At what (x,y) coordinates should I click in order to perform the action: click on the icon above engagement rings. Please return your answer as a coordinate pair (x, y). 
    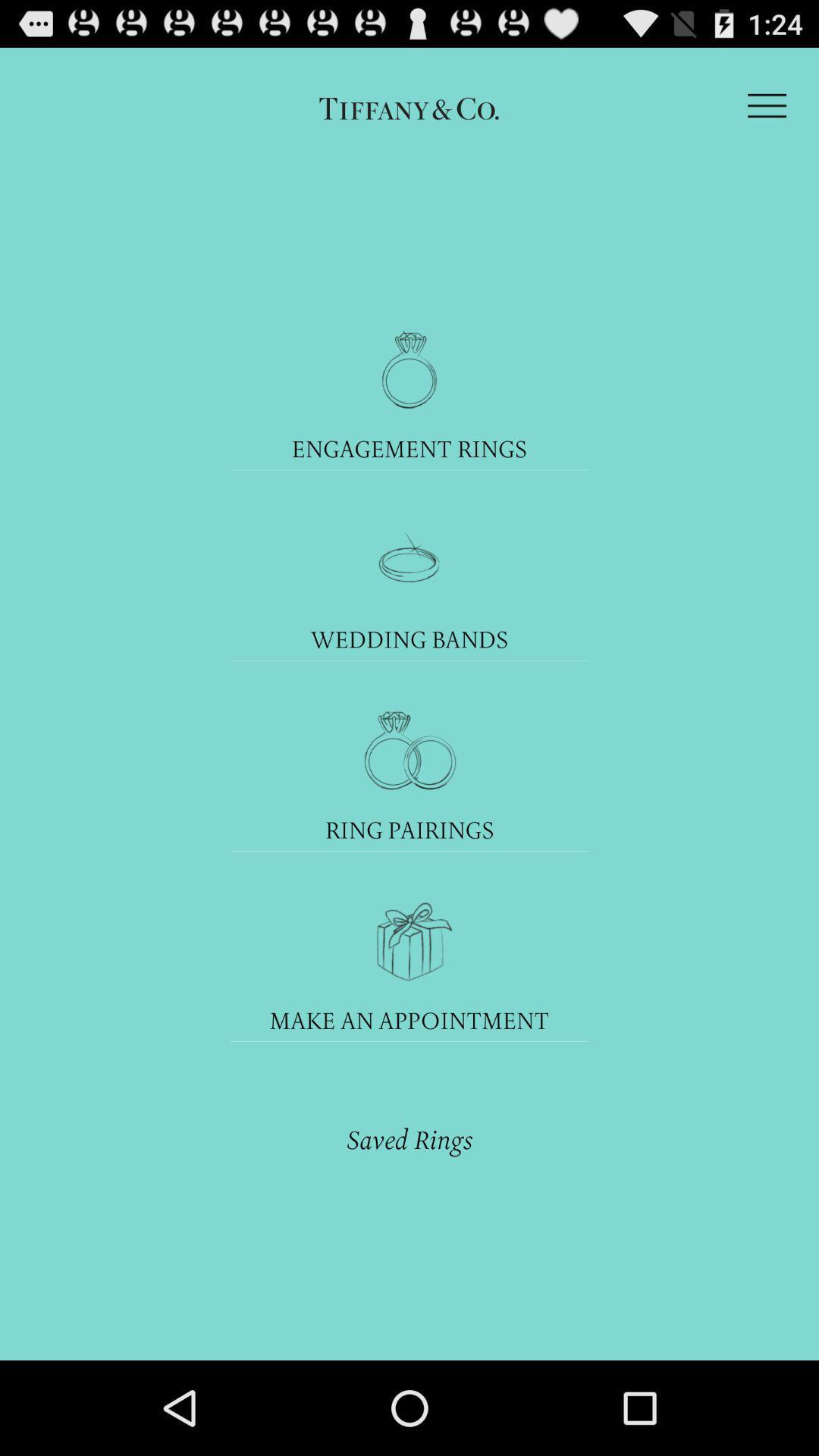
    Looking at the image, I should click on (409, 369).